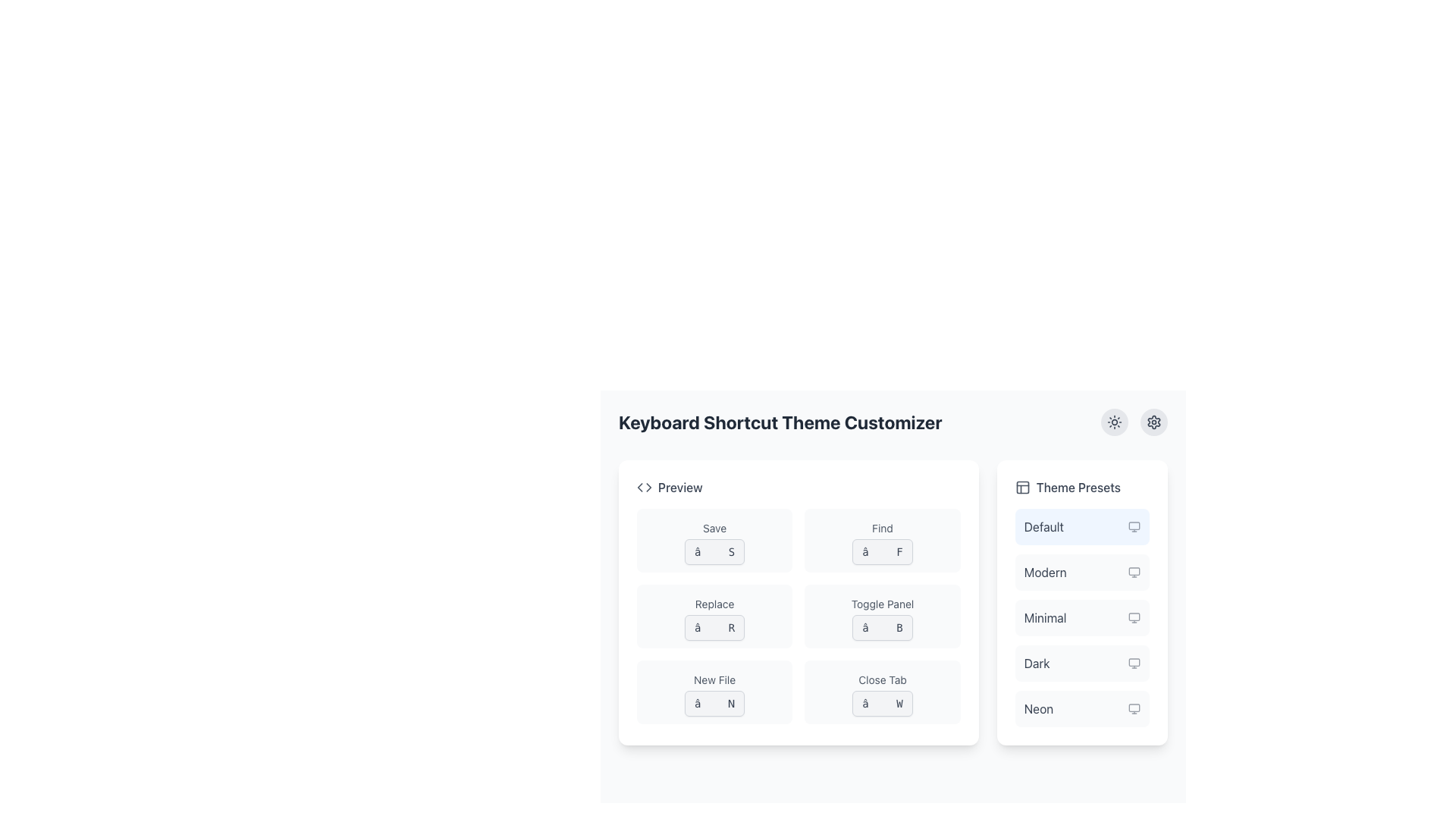  Describe the element at coordinates (1022, 488) in the screenshot. I see `the decorative icon for the 'Theme Presets' section, which is positioned to the left of the 'Theme Presets' title` at that location.